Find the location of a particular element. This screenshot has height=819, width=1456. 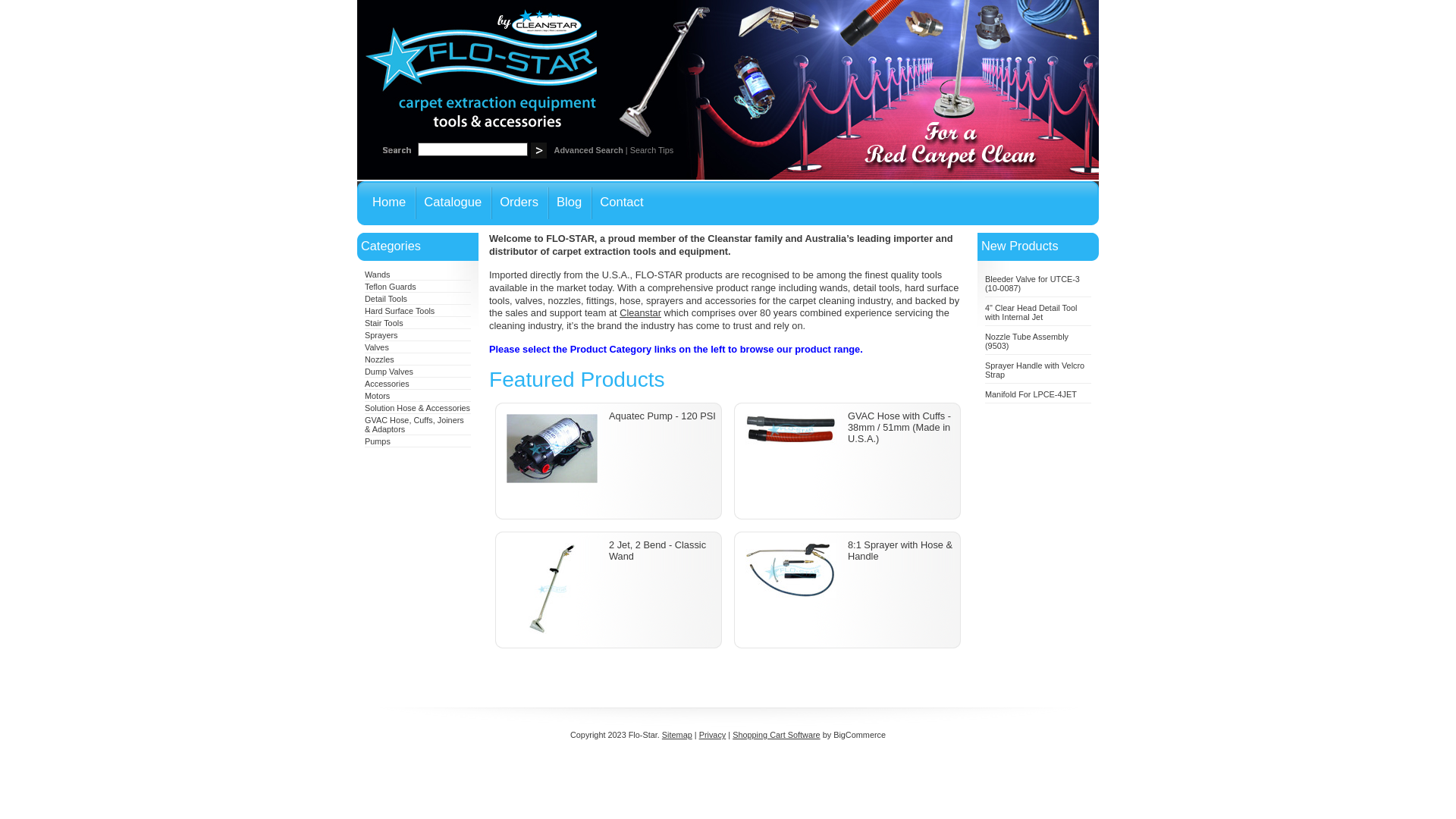

'Valves' is located at coordinates (377, 347).